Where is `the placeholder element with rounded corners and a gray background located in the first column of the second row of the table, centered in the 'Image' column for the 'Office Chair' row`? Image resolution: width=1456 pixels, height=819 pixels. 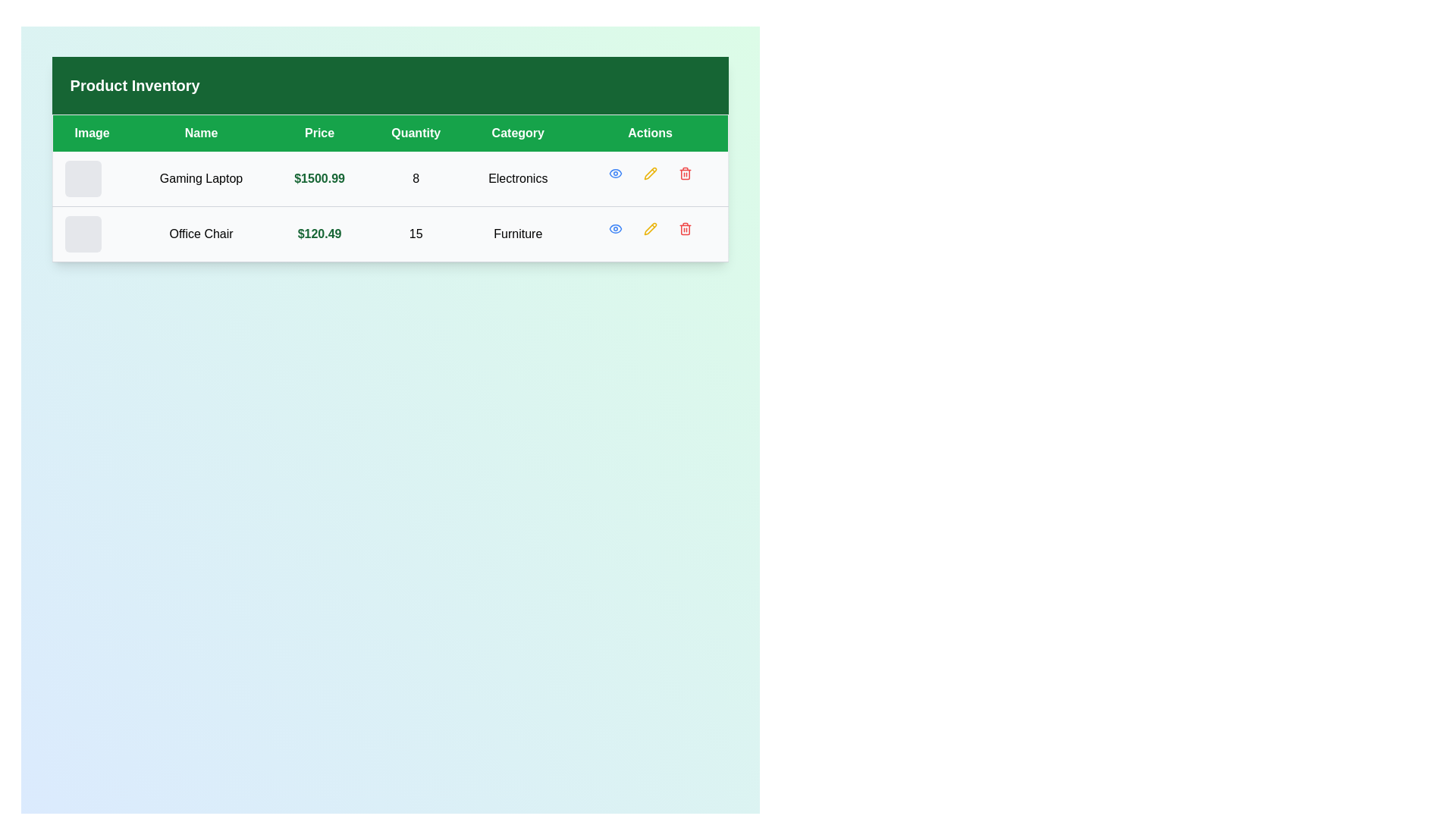
the placeholder element with rounded corners and a gray background located in the first column of the second row of the table, centered in the 'Image' column for the 'Office Chair' row is located at coordinates (82, 234).